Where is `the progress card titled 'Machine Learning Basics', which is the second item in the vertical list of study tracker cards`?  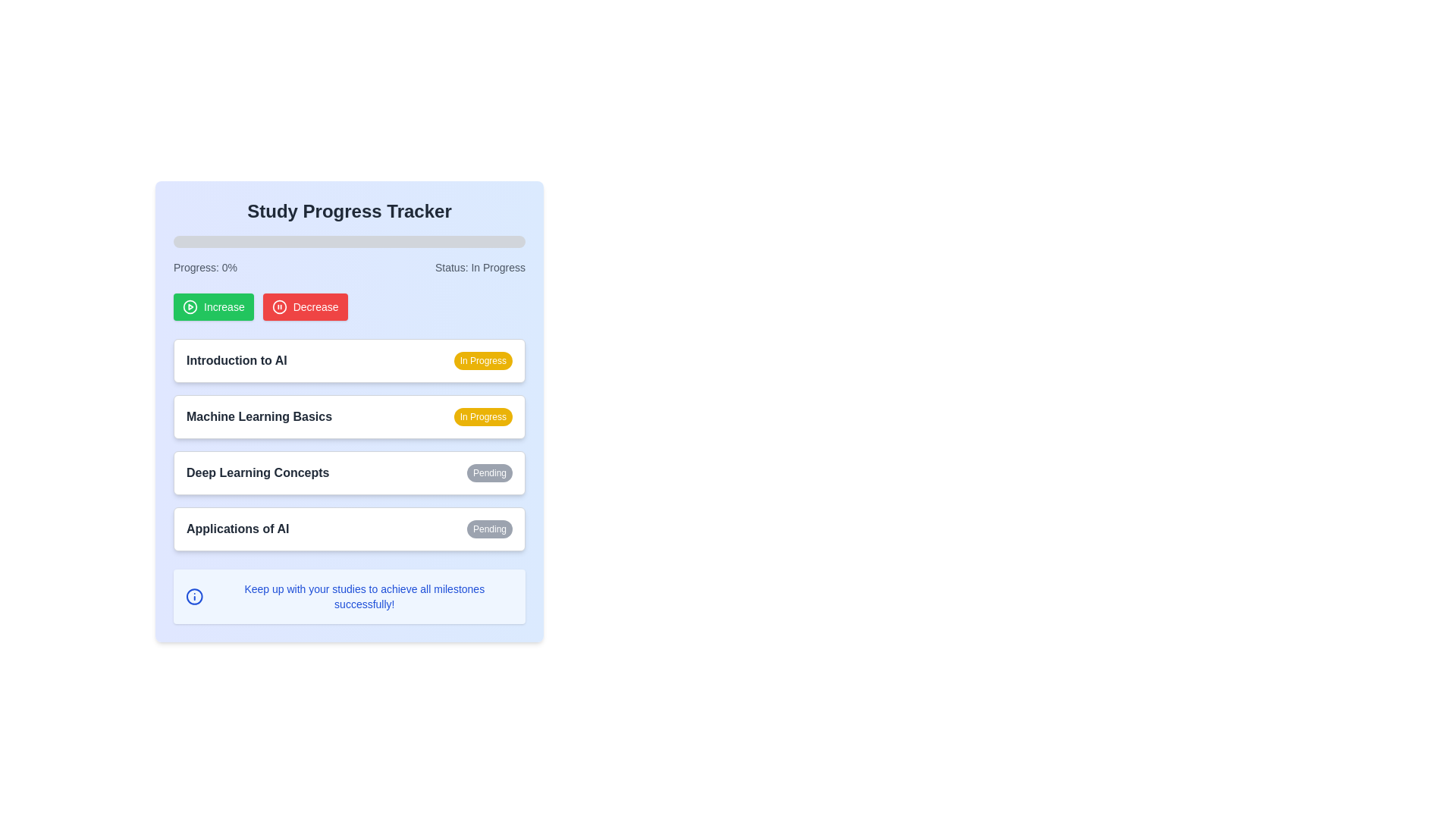
the progress card titled 'Machine Learning Basics', which is the second item in the vertical list of study tracker cards is located at coordinates (348, 417).